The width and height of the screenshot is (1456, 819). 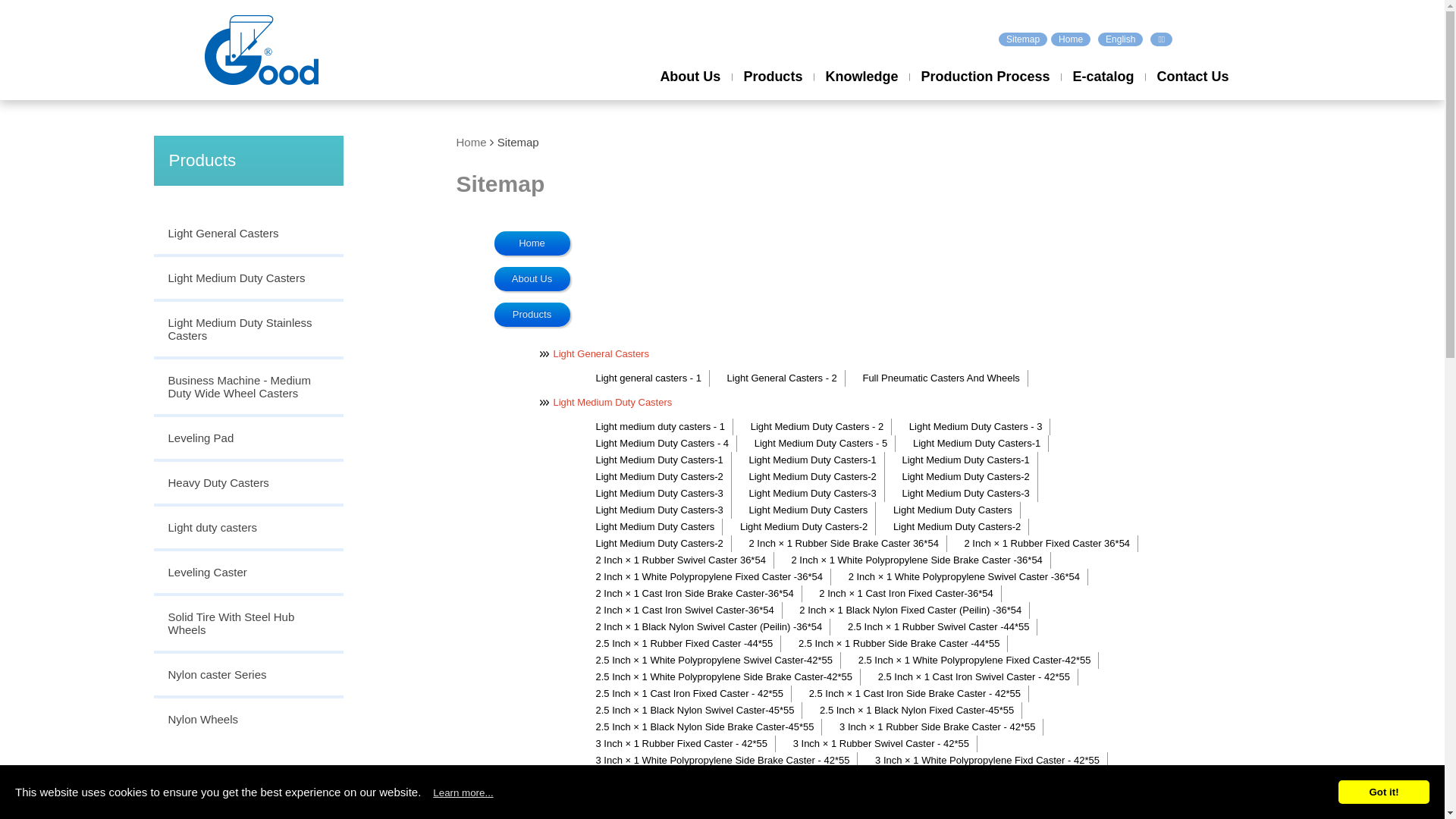 What do you see at coordinates (152, 279) in the screenshot?
I see `'Light Medium Duty Casters'` at bounding box center [152, 279].